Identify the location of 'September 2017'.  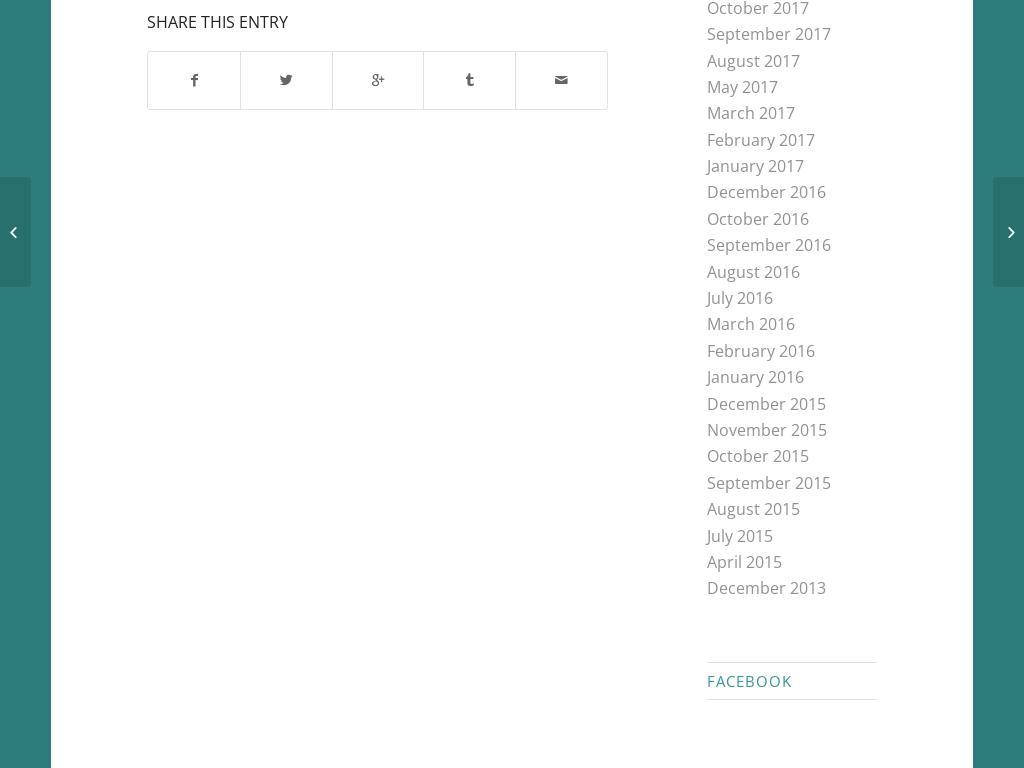
(706, 34).